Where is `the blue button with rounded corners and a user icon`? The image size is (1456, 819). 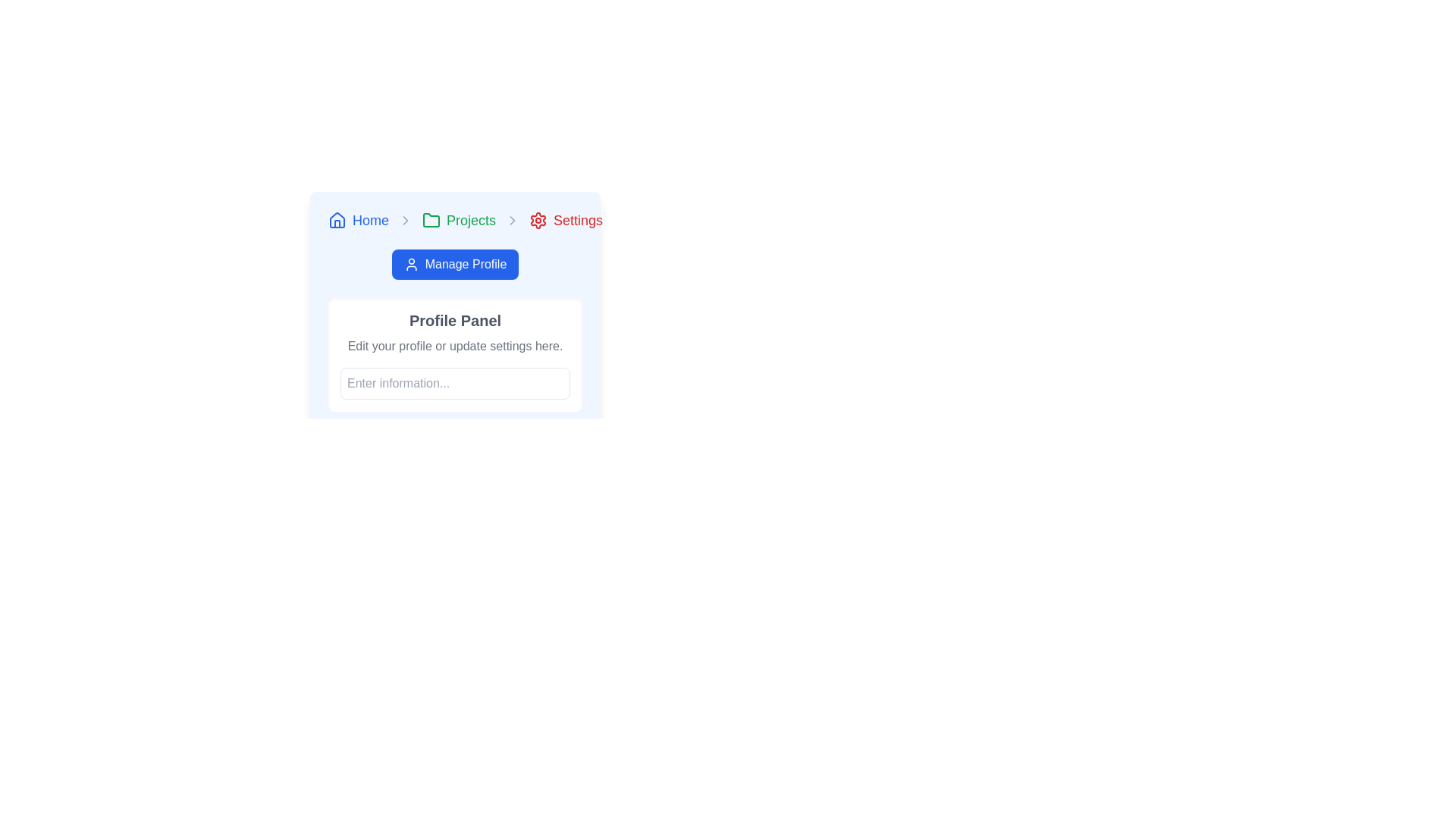 the blue button with rounded corners and a user icon is located at coordinates (454, 263).